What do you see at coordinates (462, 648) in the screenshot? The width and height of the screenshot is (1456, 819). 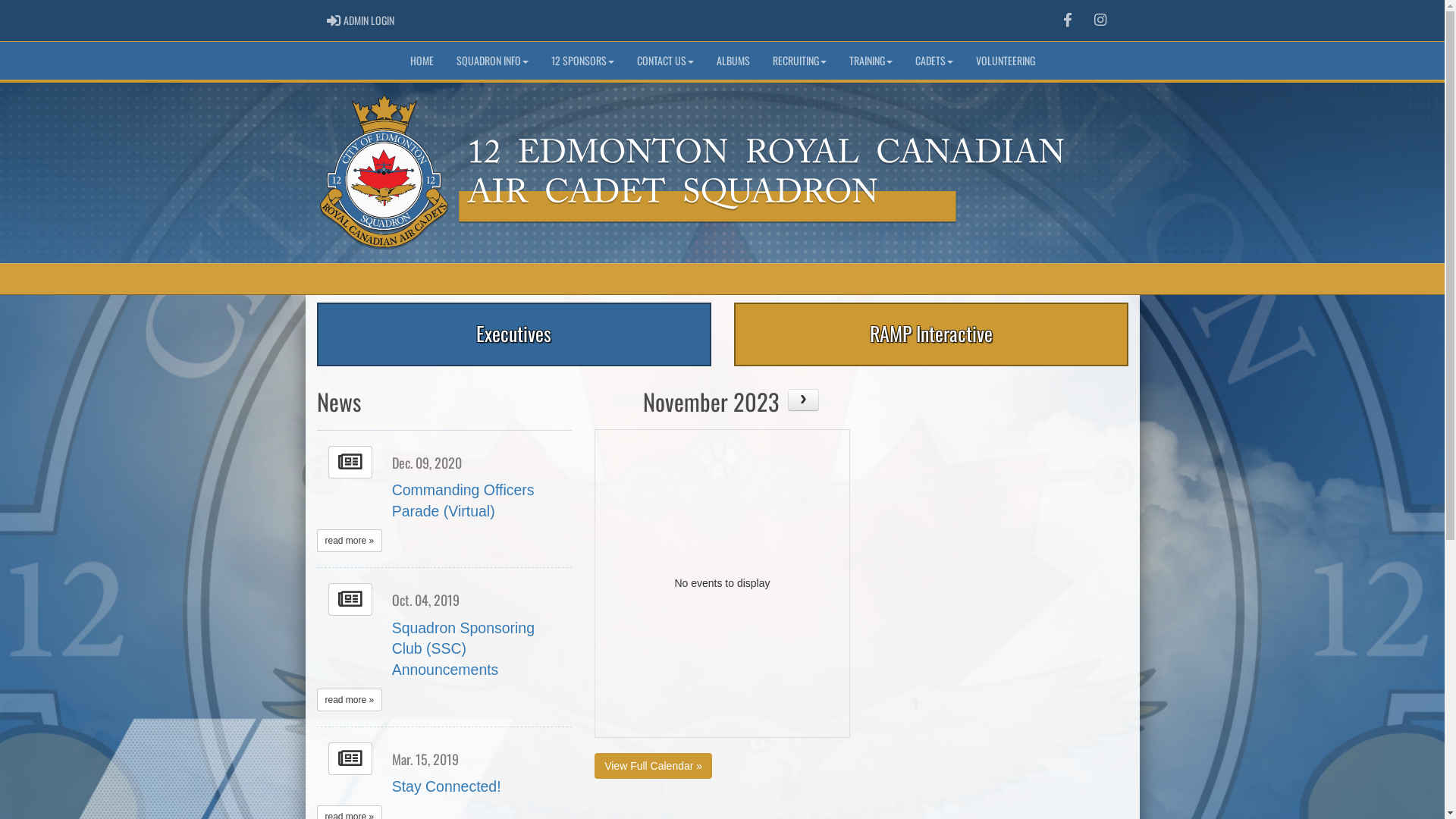 I see `'Squadron Sponsoring Club (SSC) Announcements'` at bounding box center [462, 648].